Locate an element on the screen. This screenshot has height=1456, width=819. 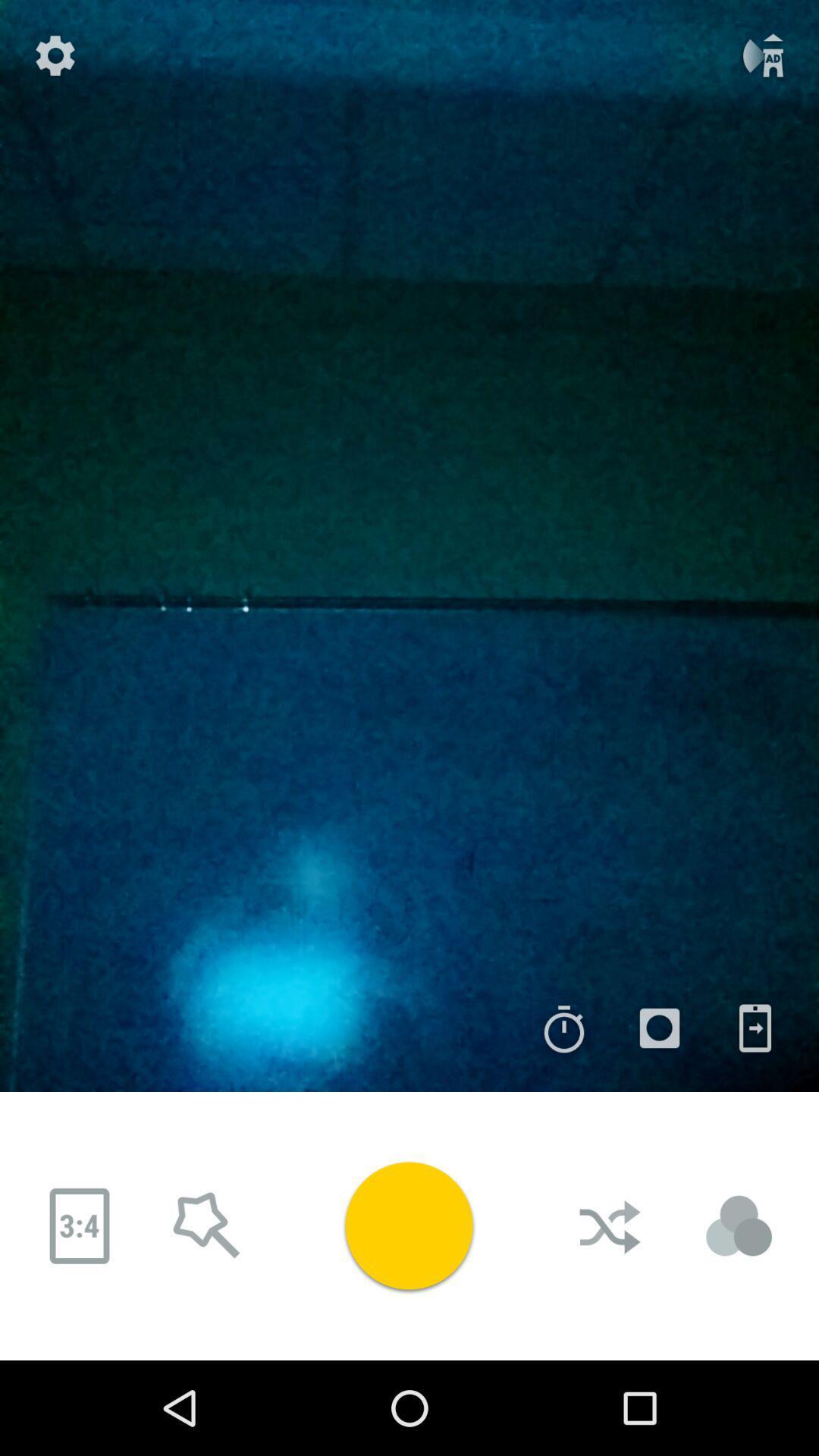
the photo icon is located at coordinates (643, 1028).